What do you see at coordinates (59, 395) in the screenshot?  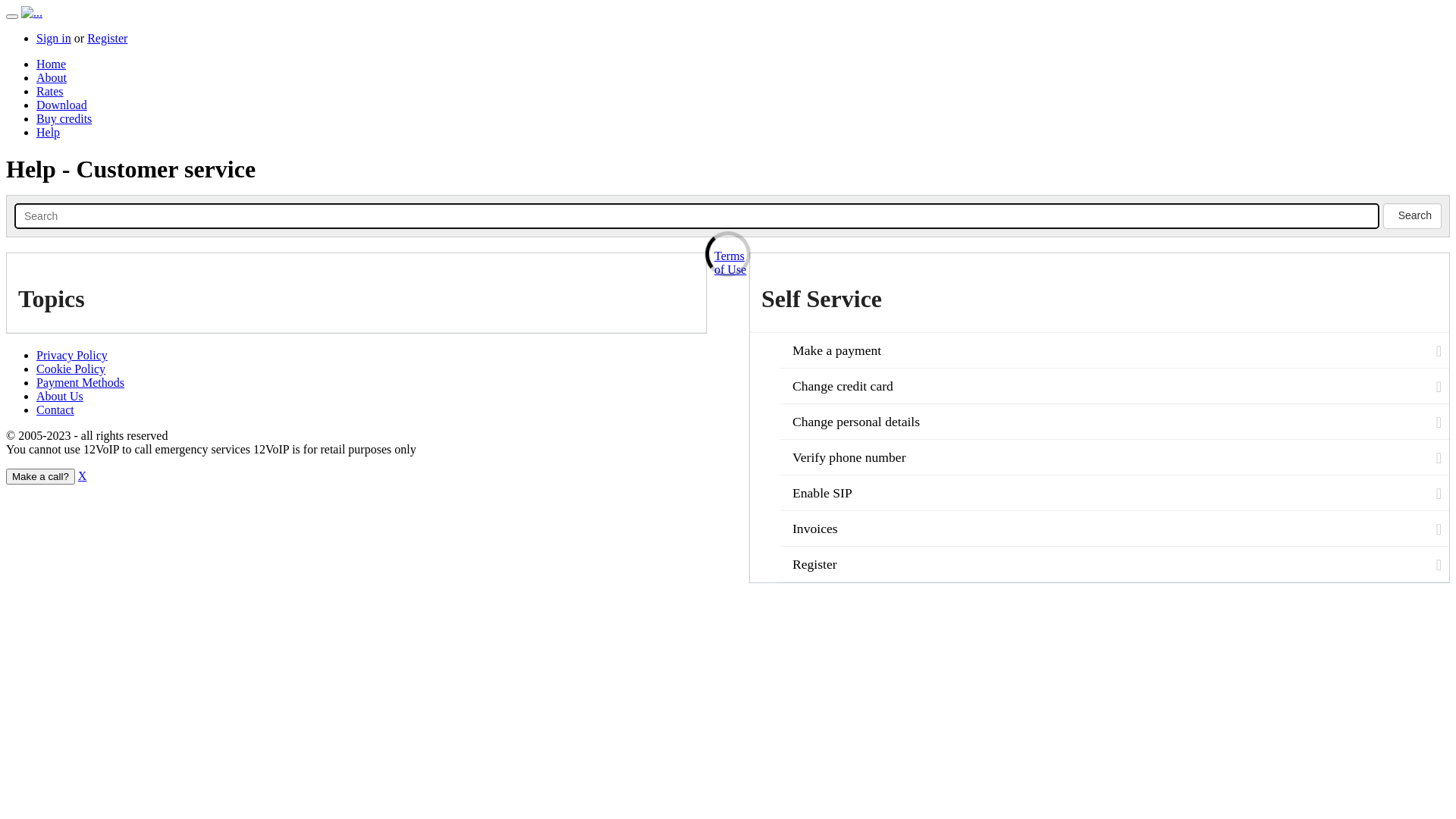 I see `'About Us'` at bounding box center [59, 395].